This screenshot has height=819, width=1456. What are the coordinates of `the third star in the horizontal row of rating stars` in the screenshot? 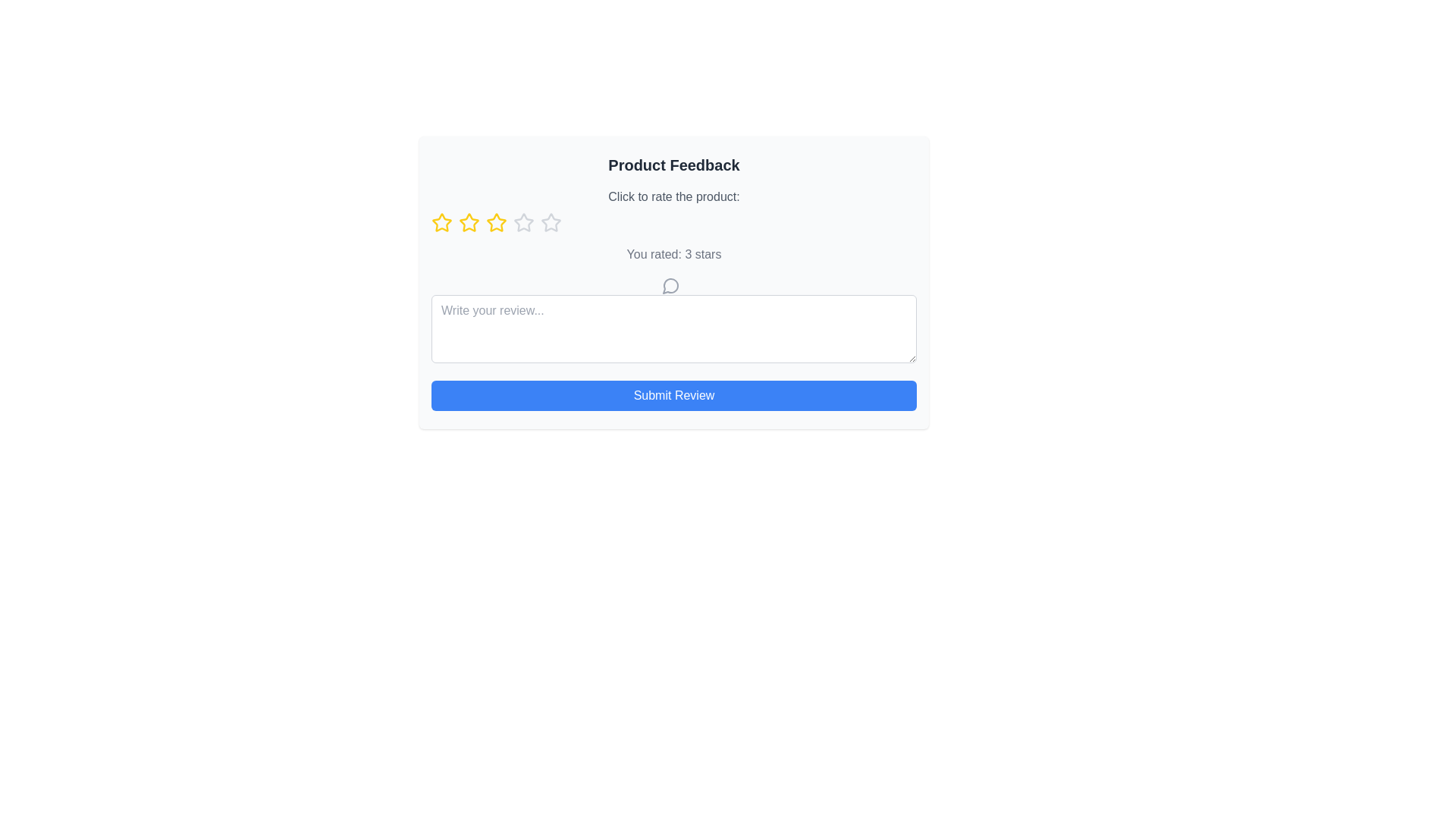 It's located at (469, 222).